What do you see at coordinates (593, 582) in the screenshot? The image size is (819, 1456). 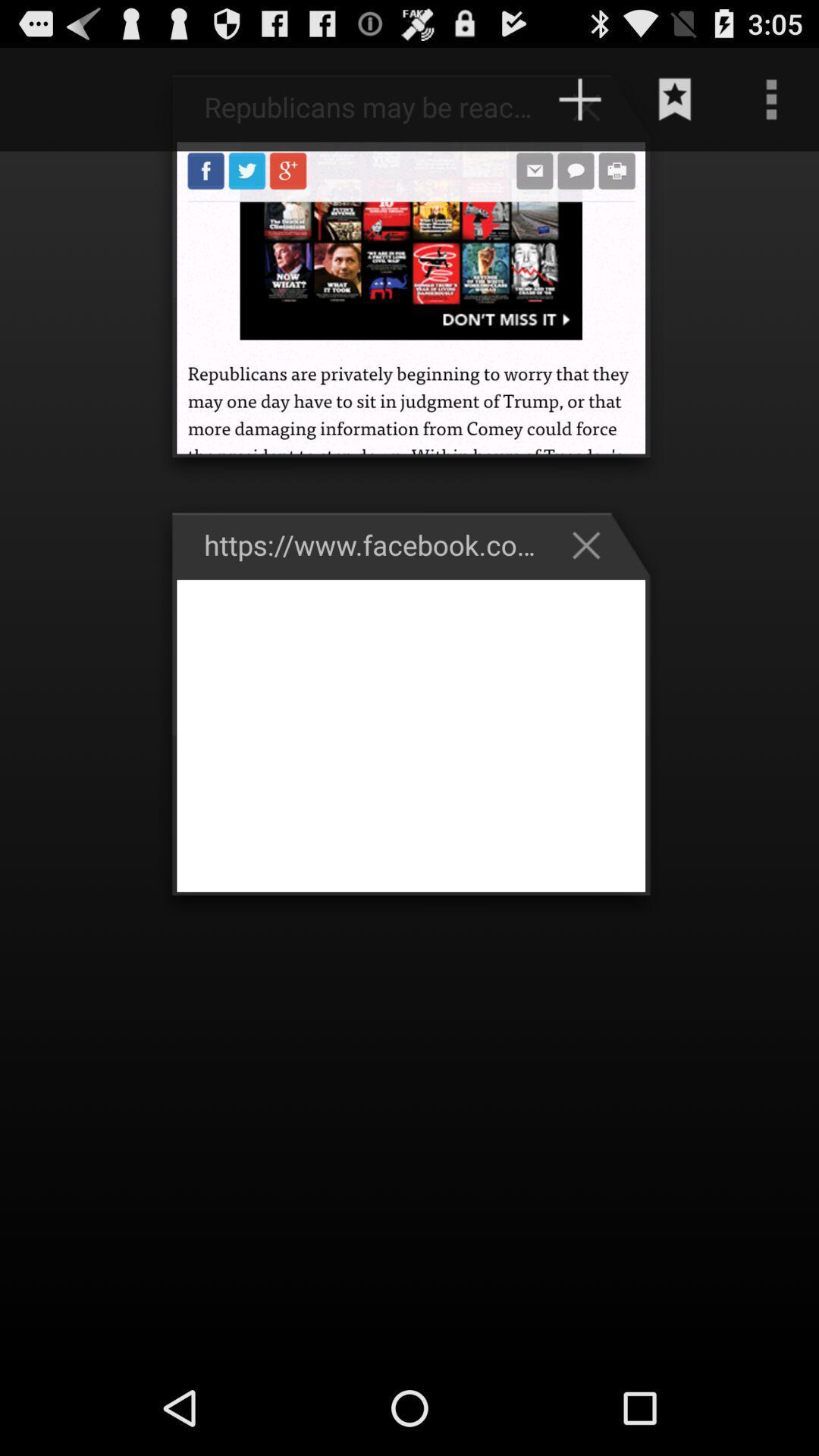 I see `the close icon` at bounding box center [593, 582].